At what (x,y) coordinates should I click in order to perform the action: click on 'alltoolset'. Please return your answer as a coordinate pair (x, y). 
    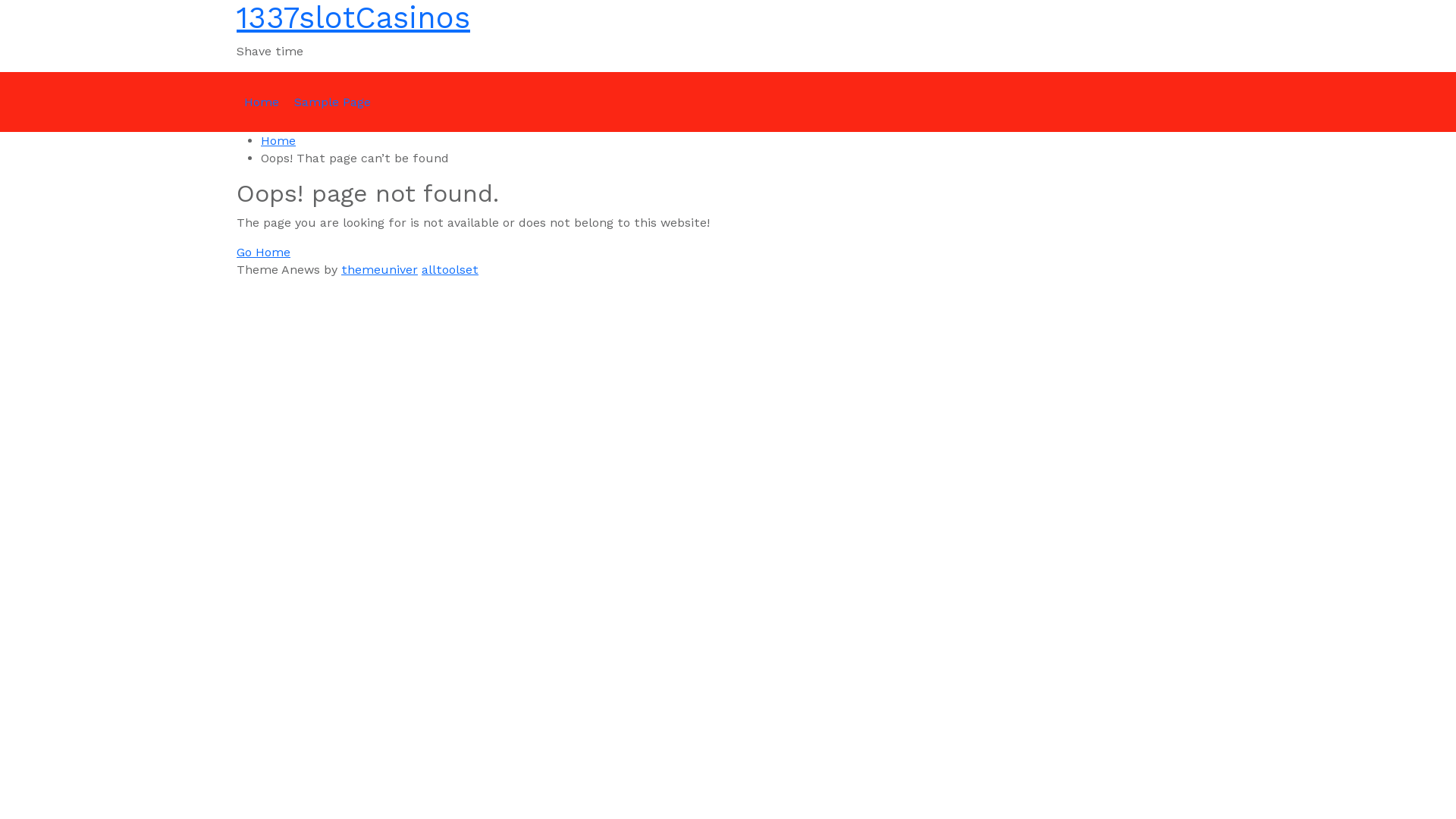
    Looking at the image, I should click on (449, 268).